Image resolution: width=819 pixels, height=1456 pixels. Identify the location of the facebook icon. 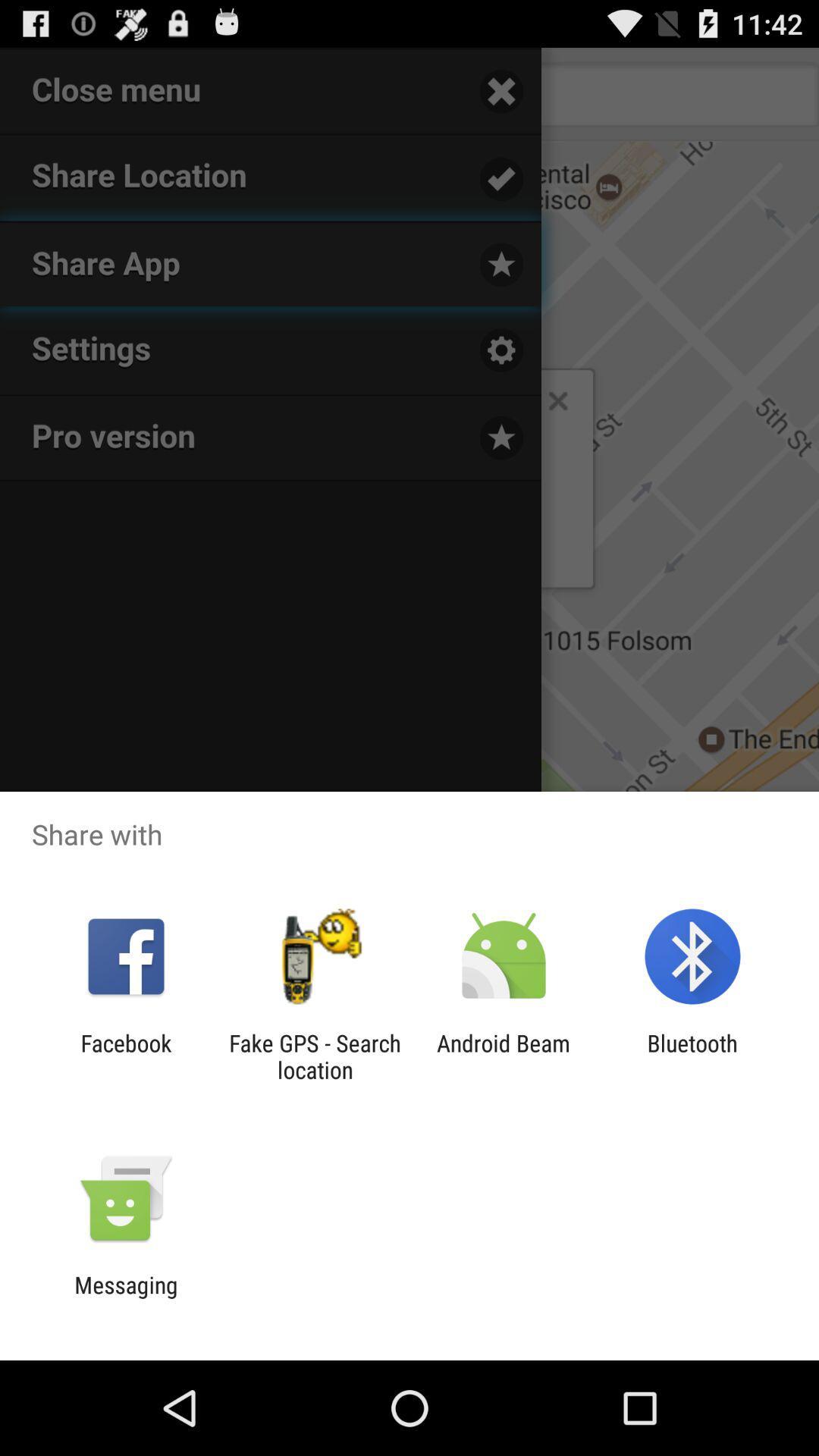
(125, 1056).